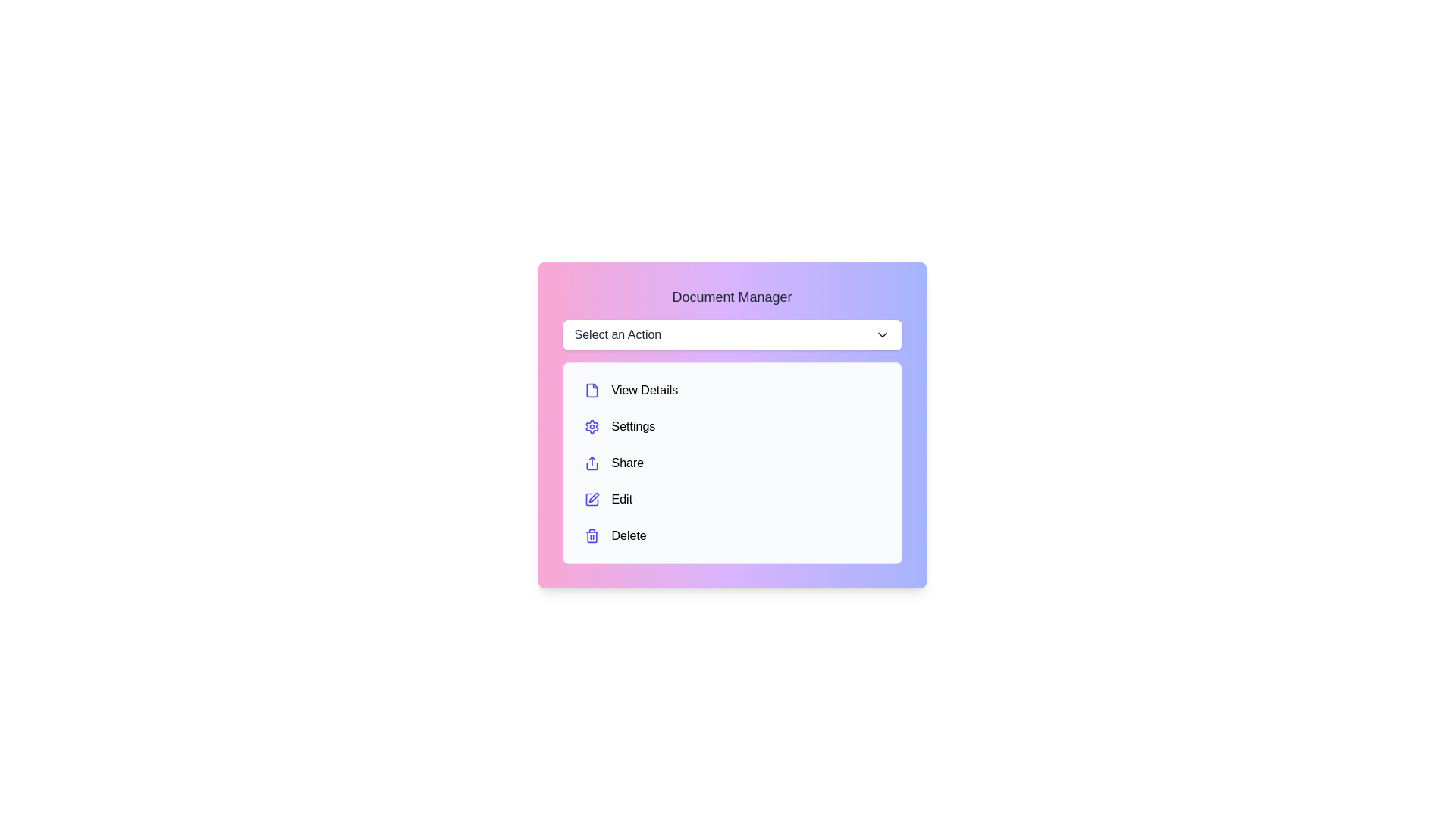 This screenshot has width=1456, height=819. Describe the element at coordinates (629, 535) in the screenshot. I see `text label displaying 'Delete' located at the bottom of the vertical list of options in the white rectangular area of the UI card` at that location.